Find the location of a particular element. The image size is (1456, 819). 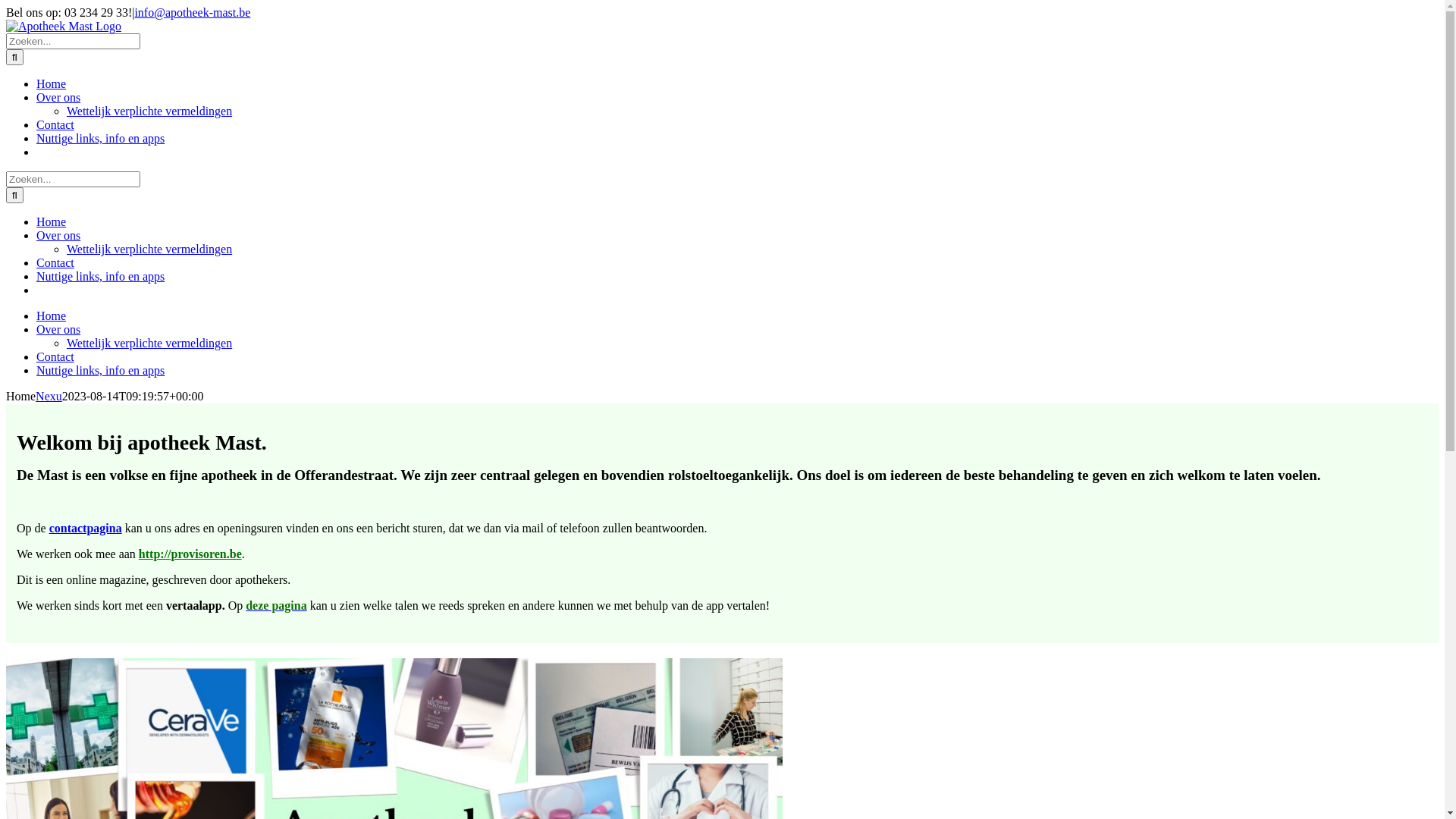

'Contact' is located at coordinates (55, 356).